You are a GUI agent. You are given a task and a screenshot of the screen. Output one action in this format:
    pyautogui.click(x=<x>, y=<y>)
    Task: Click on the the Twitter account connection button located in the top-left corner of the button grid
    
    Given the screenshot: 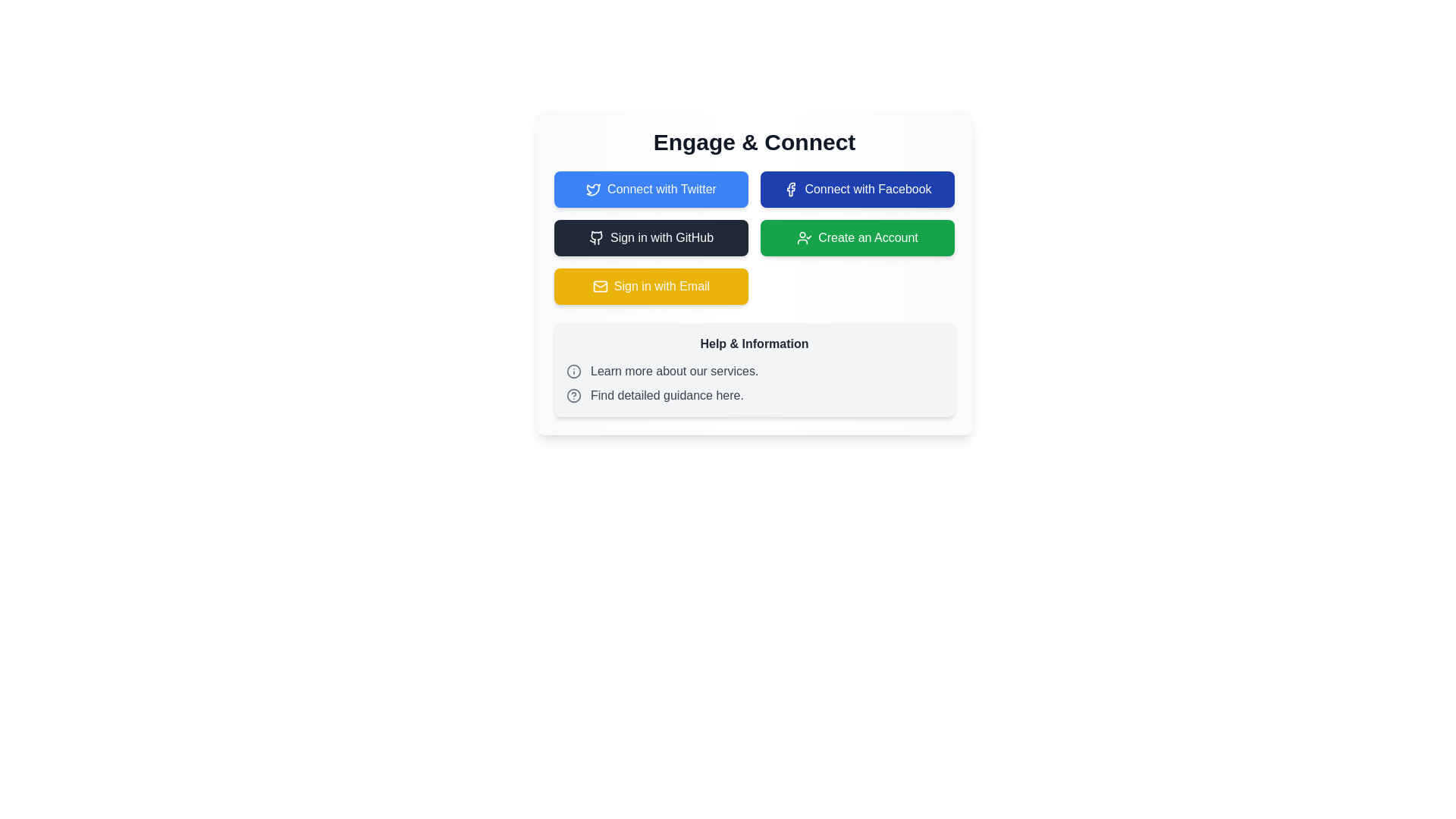 What is the action you would take?
    pyautogui.click(x=651, y=189)
    